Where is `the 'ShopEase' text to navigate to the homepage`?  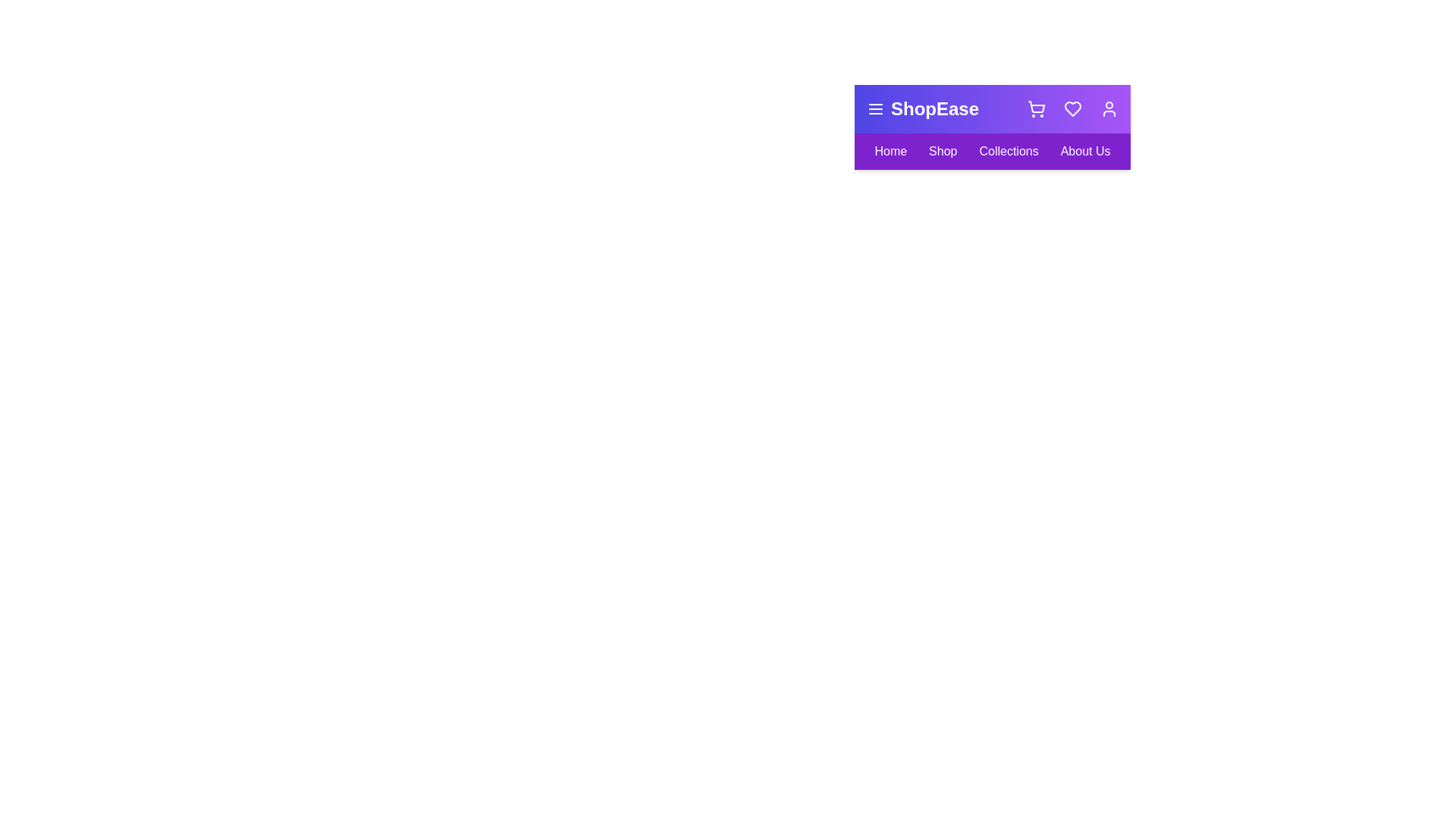
the 'ShopEase' text to navigate to the homepage is located at coordinates (922, 108).